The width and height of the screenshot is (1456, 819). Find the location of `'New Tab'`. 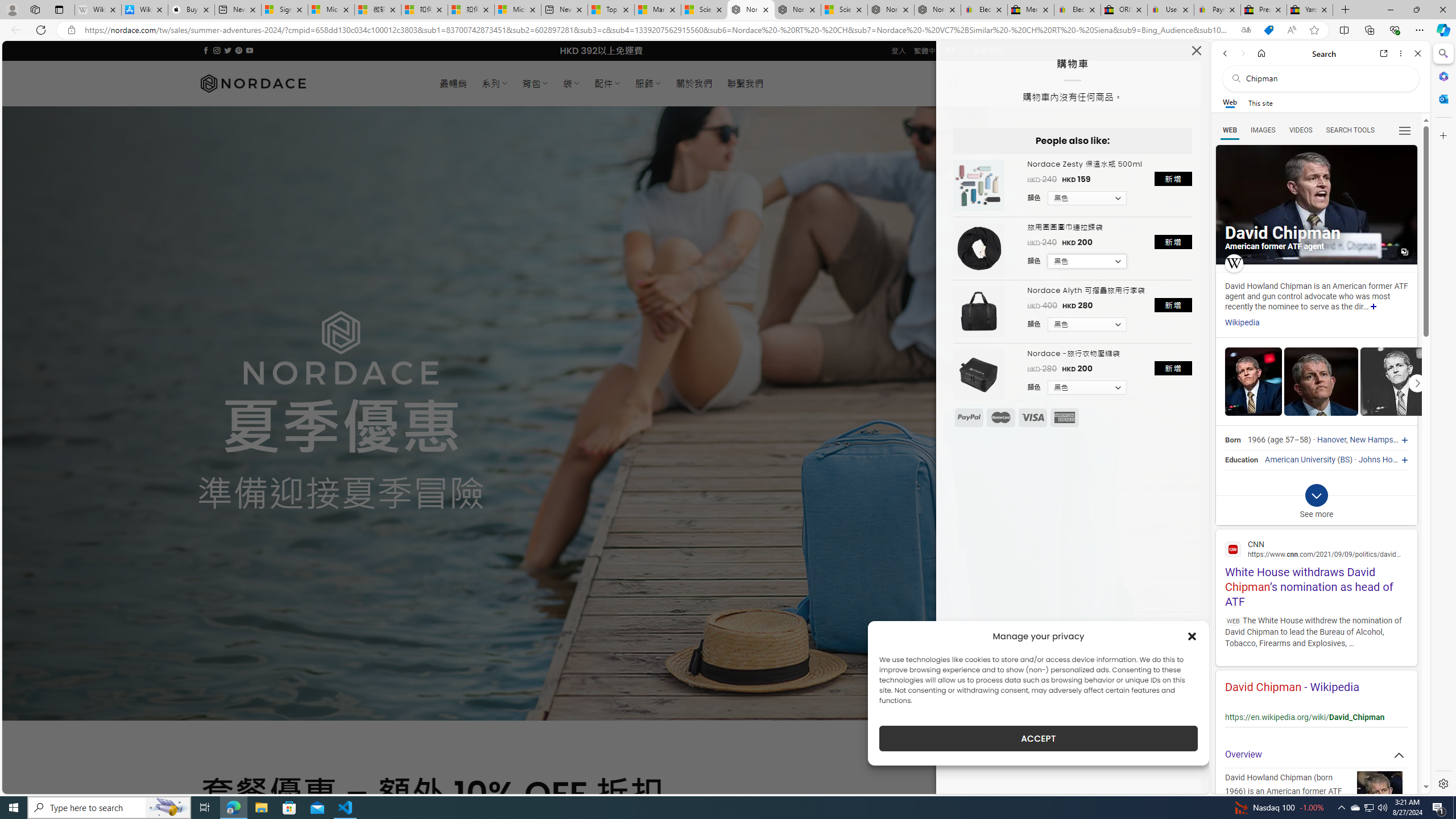

'New Tab' is located at coordinates (1345, 9).